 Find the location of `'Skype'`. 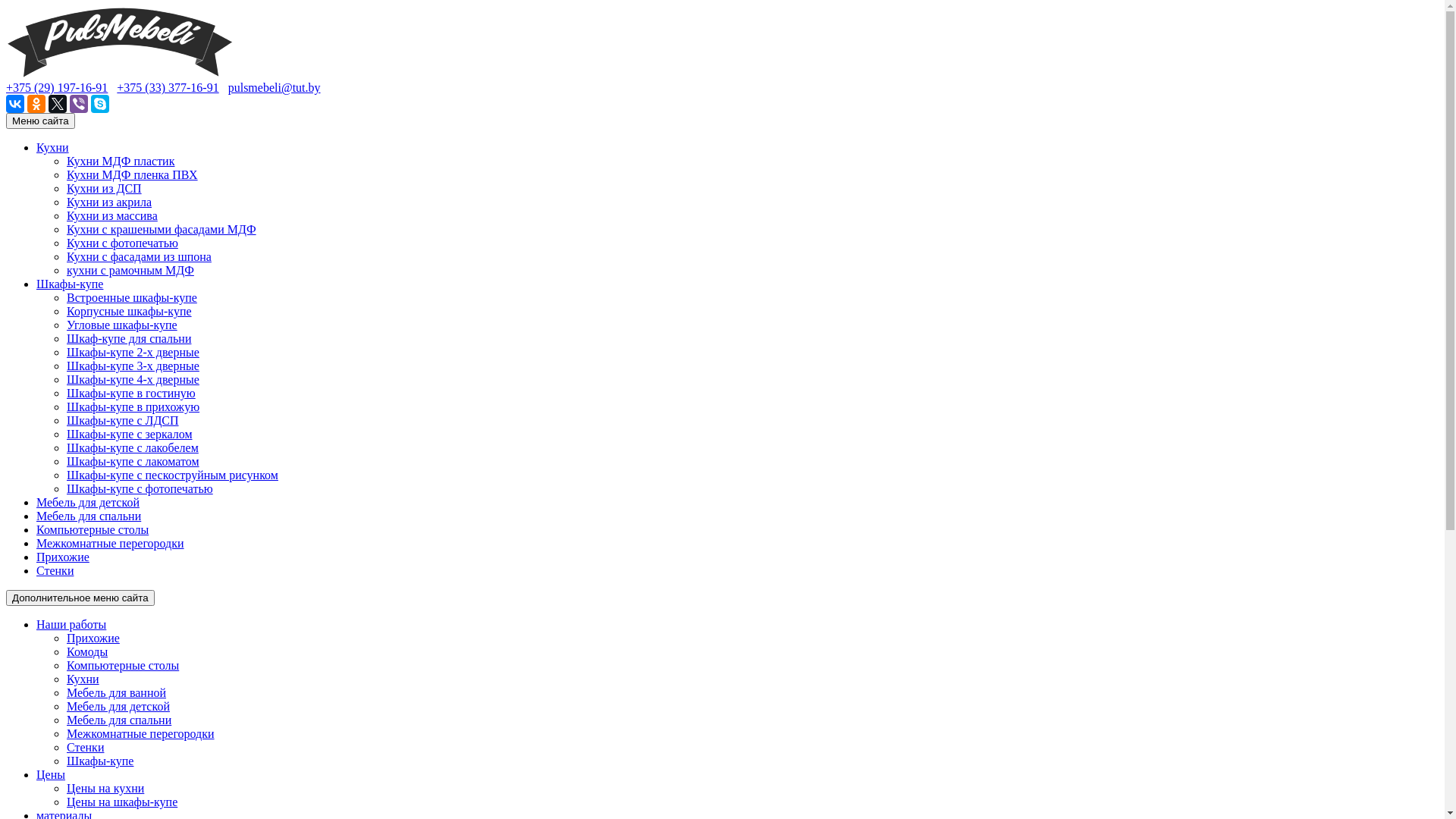

'Skype' is located at coordinates (99, 103).